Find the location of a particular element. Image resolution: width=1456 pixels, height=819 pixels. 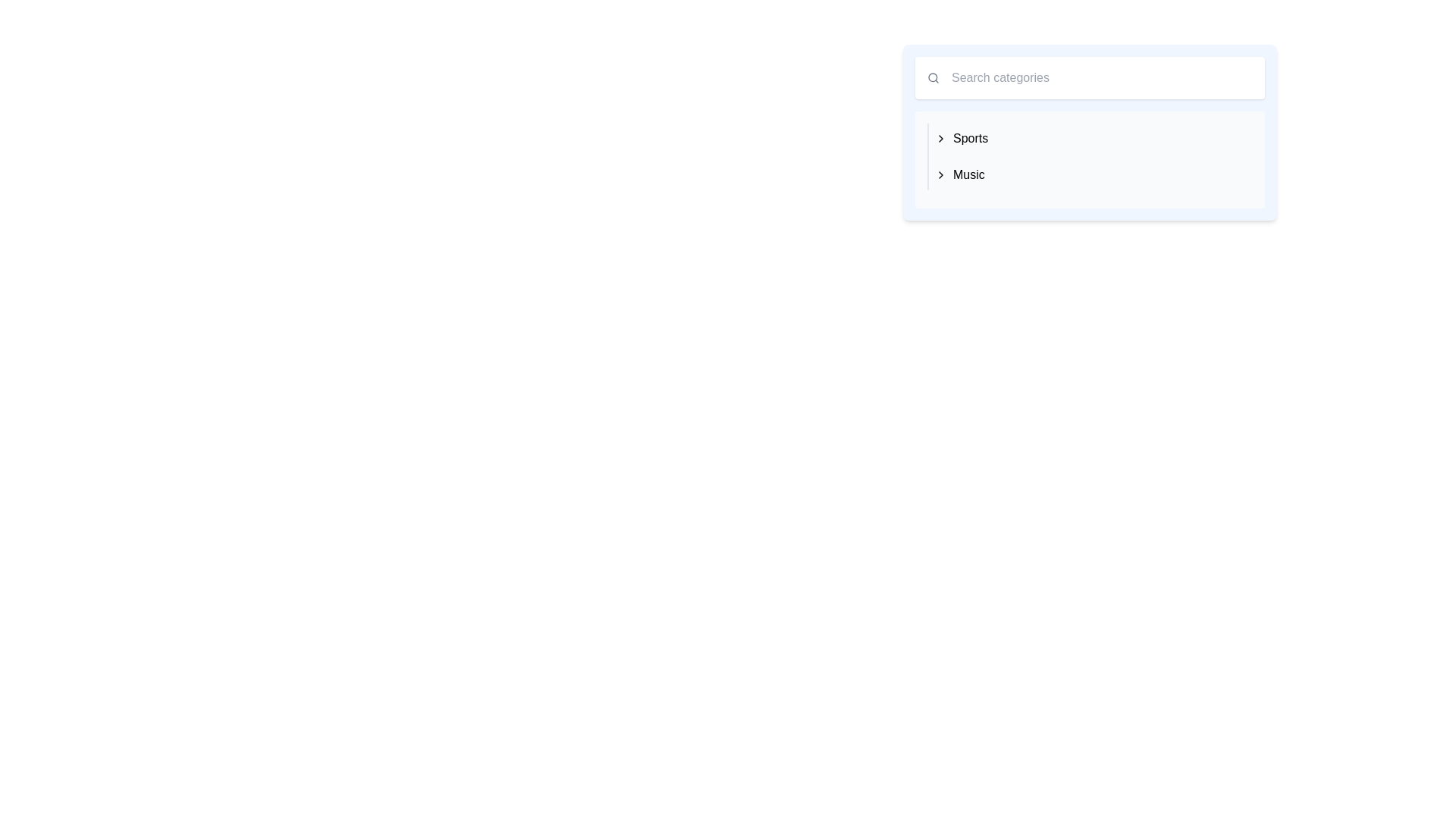

the rightward-pointing chevron icon located immediately to the left of the 'Sports' text in the navigation panel is located at coordinates (940, 138).